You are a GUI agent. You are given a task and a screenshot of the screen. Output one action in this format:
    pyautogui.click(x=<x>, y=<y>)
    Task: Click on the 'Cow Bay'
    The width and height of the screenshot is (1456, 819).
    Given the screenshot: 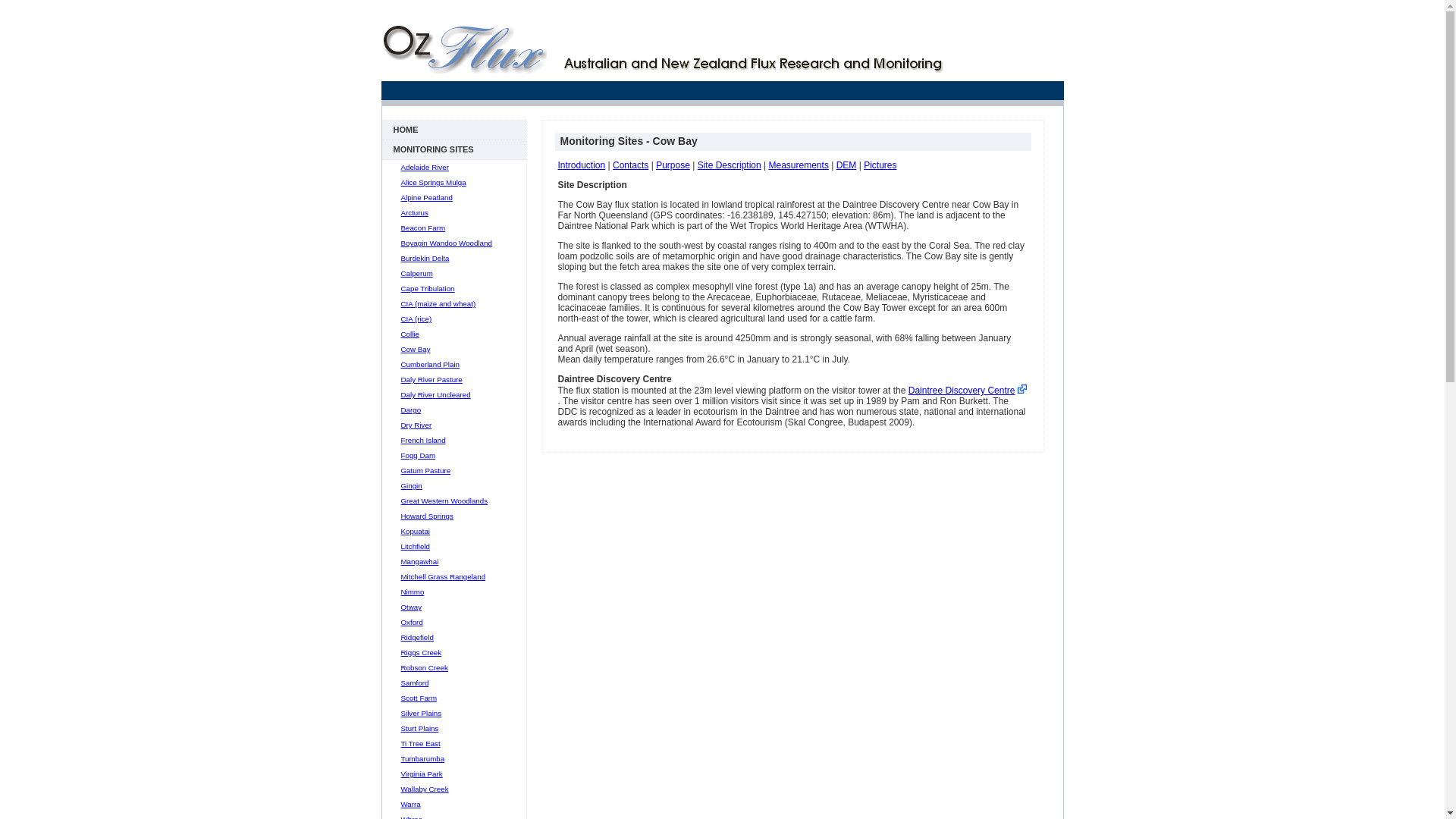 What is the action you would take?
    pyautogui.click(x=415, y=349)
    